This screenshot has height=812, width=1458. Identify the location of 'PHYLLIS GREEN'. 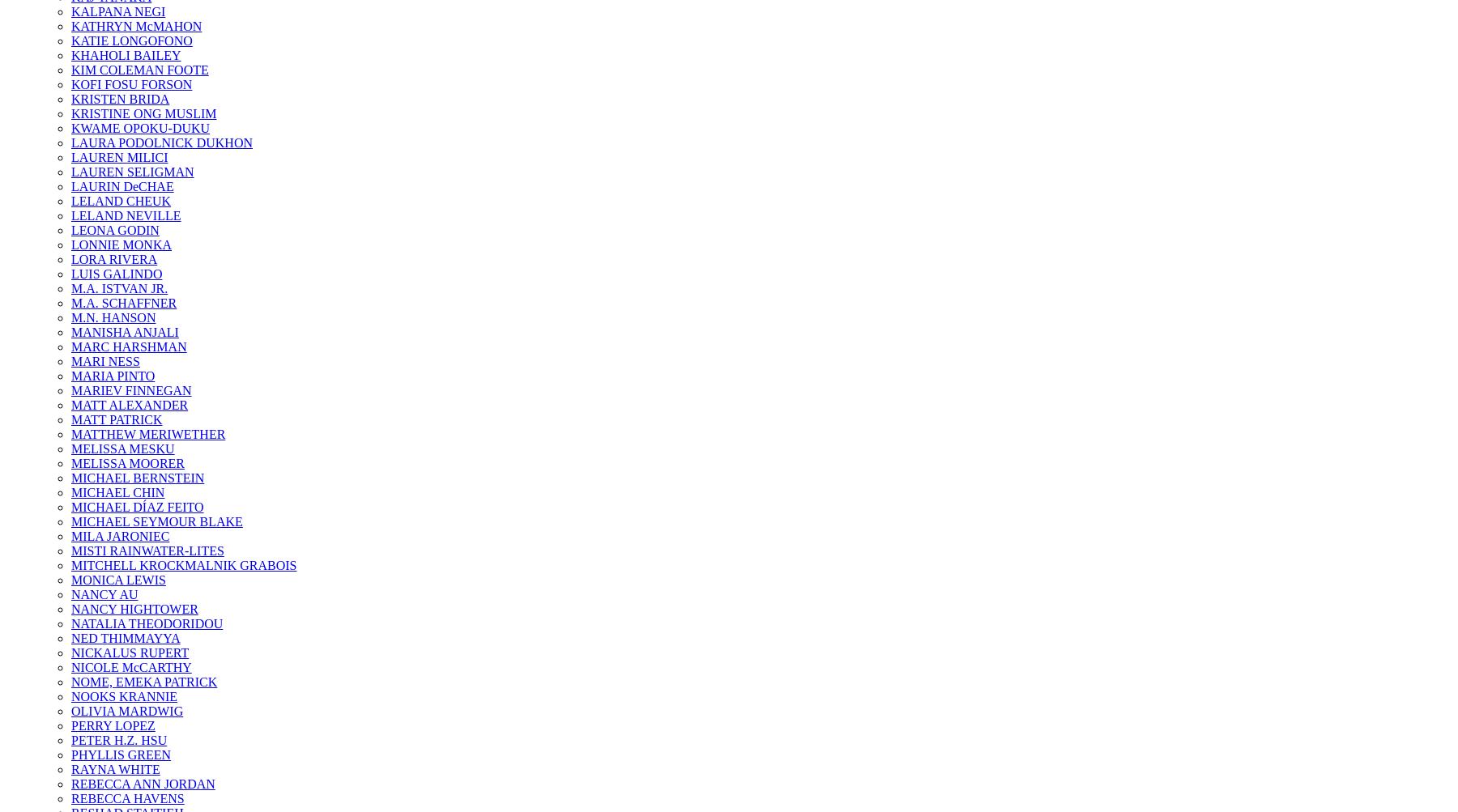
(121, 754).